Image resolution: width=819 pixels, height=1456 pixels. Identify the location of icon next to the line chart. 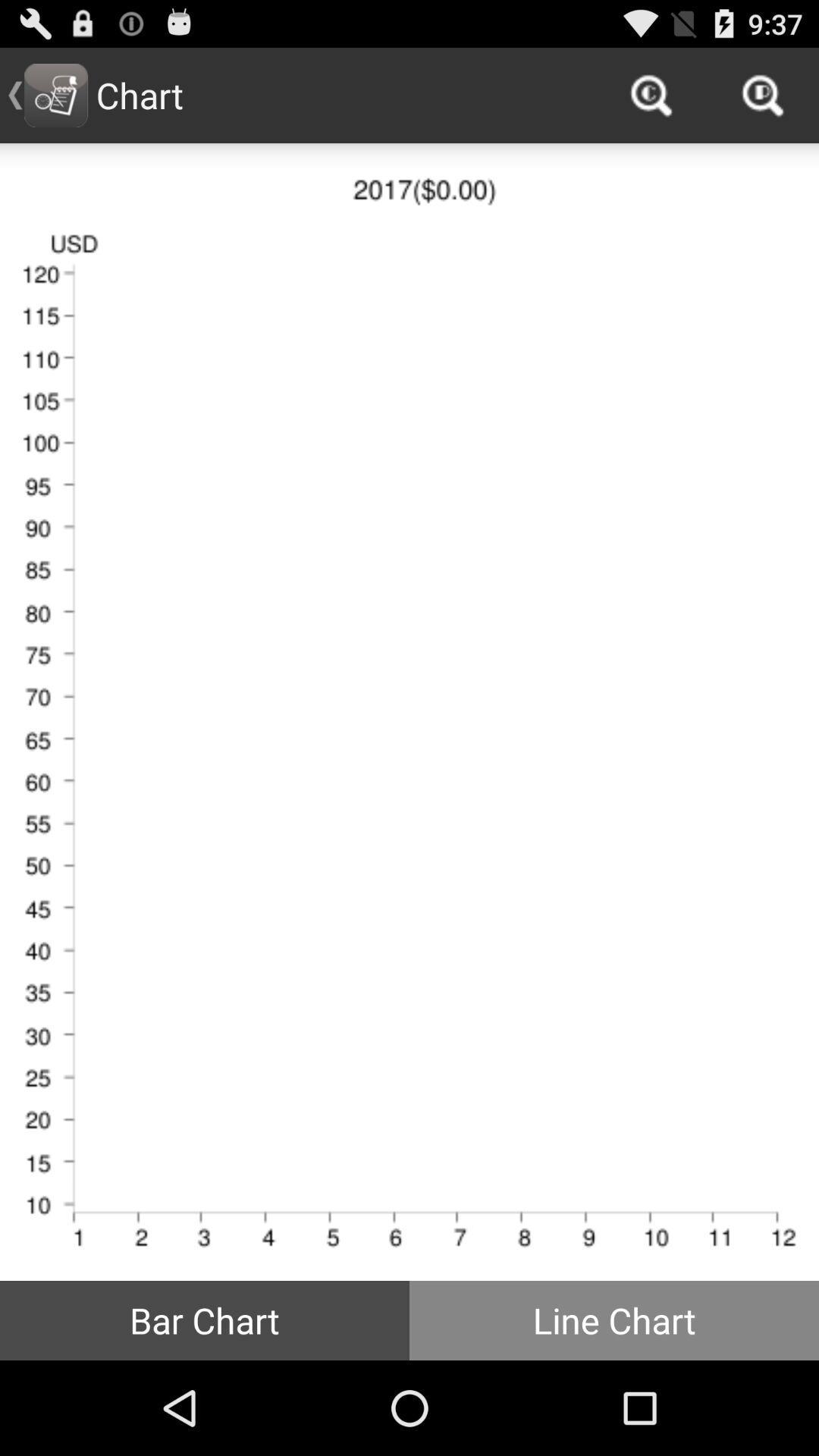
(205, 1319).